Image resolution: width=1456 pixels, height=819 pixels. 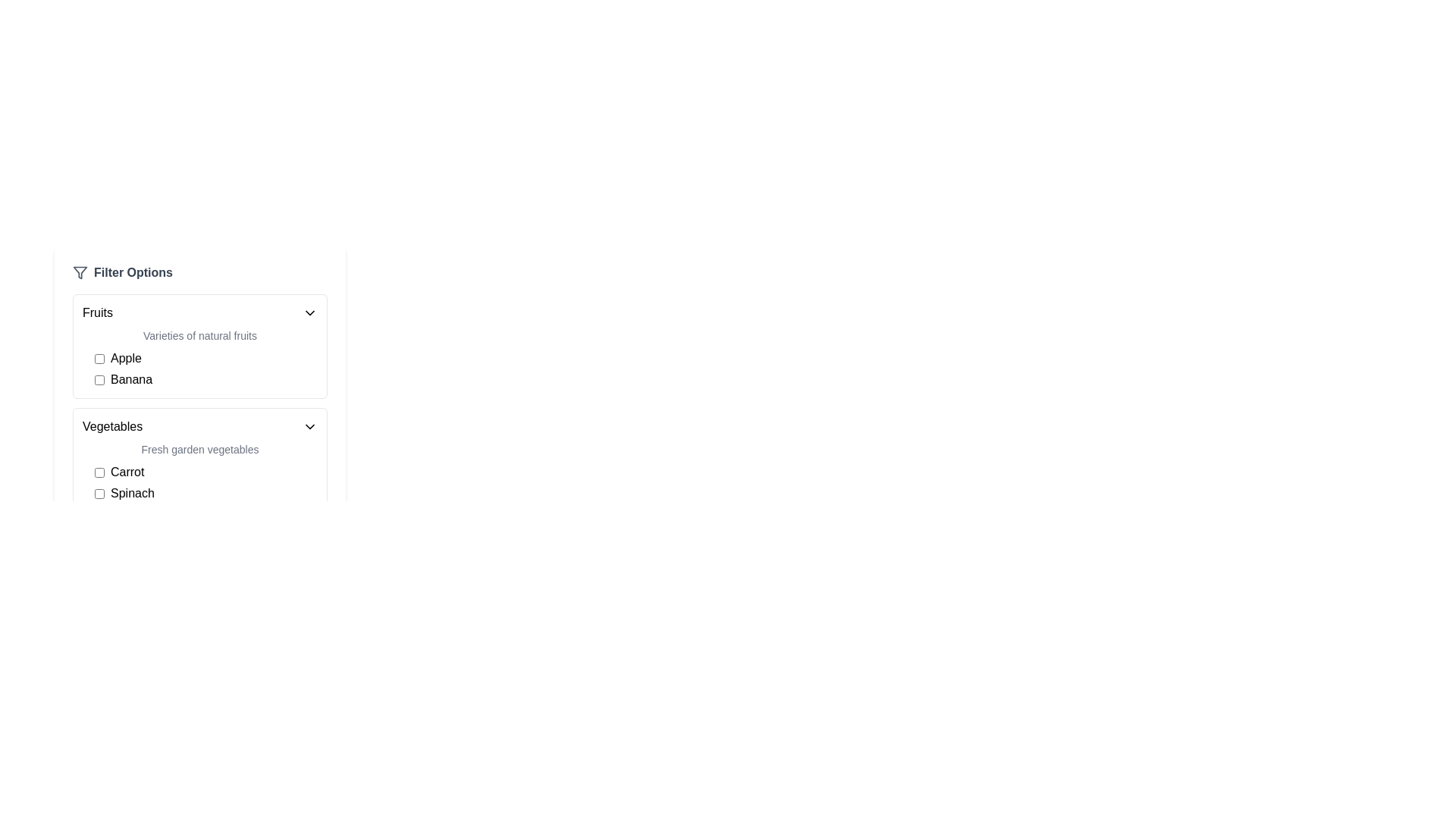 What do you see at coordinates (309, 312) in the screenshot?
I see `the downward-pointing arrow icon button in the top-right corner of the 'Fruits' category section` at bounding box center [309, 312].